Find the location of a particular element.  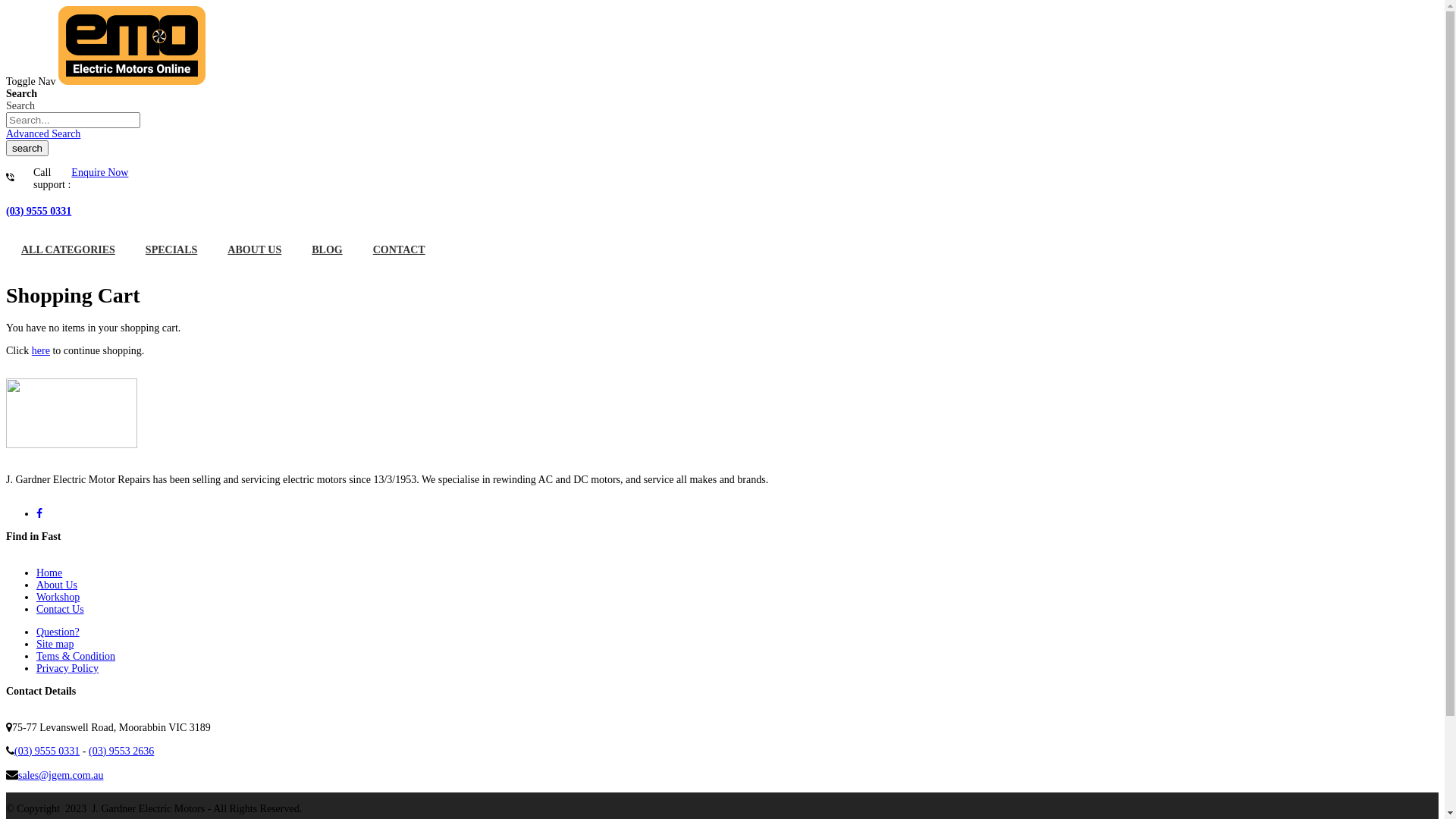

'Site map' is located at coordinates (55, 644).